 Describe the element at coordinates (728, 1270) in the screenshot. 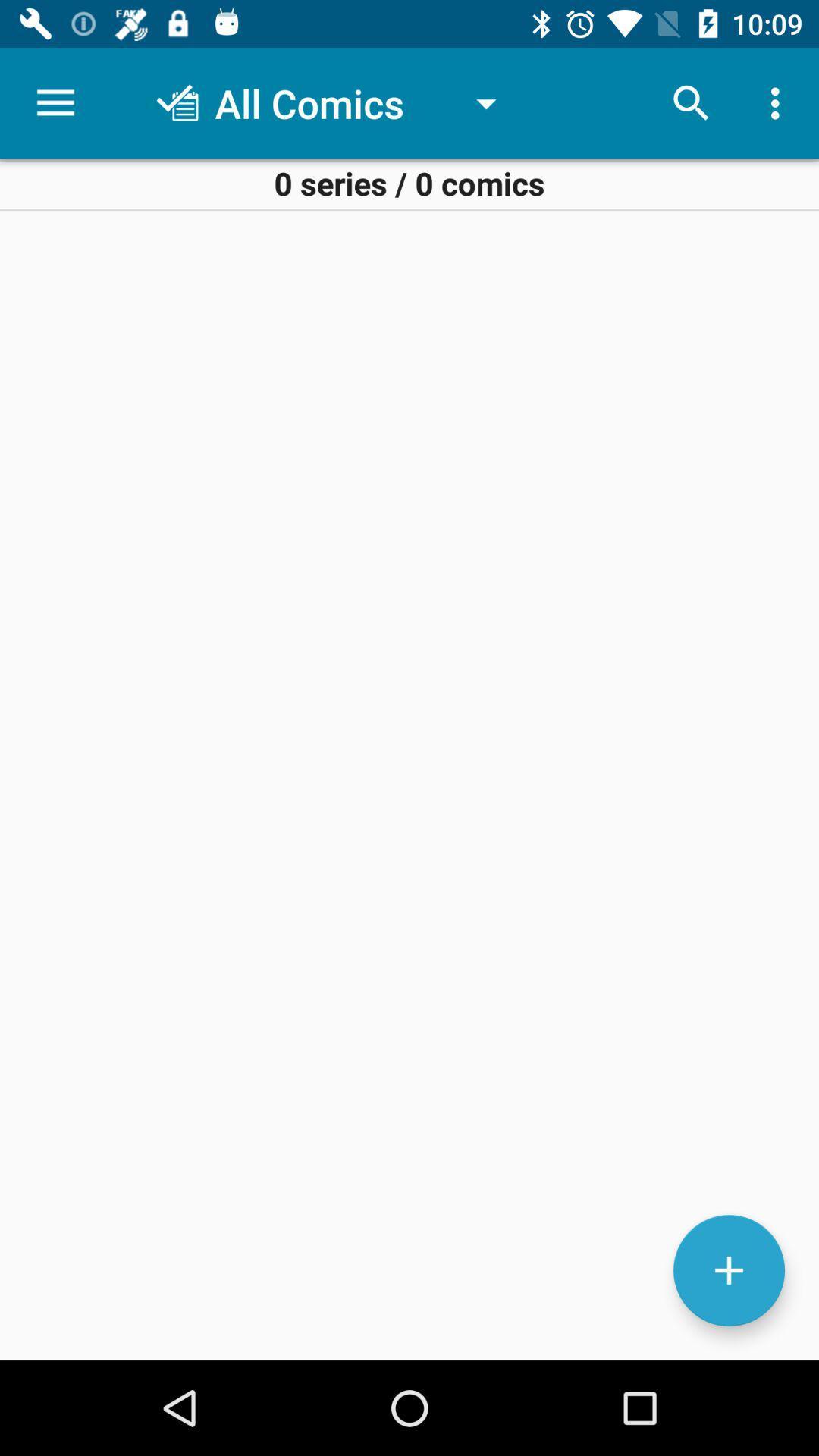

I see `the add icon` at that location.